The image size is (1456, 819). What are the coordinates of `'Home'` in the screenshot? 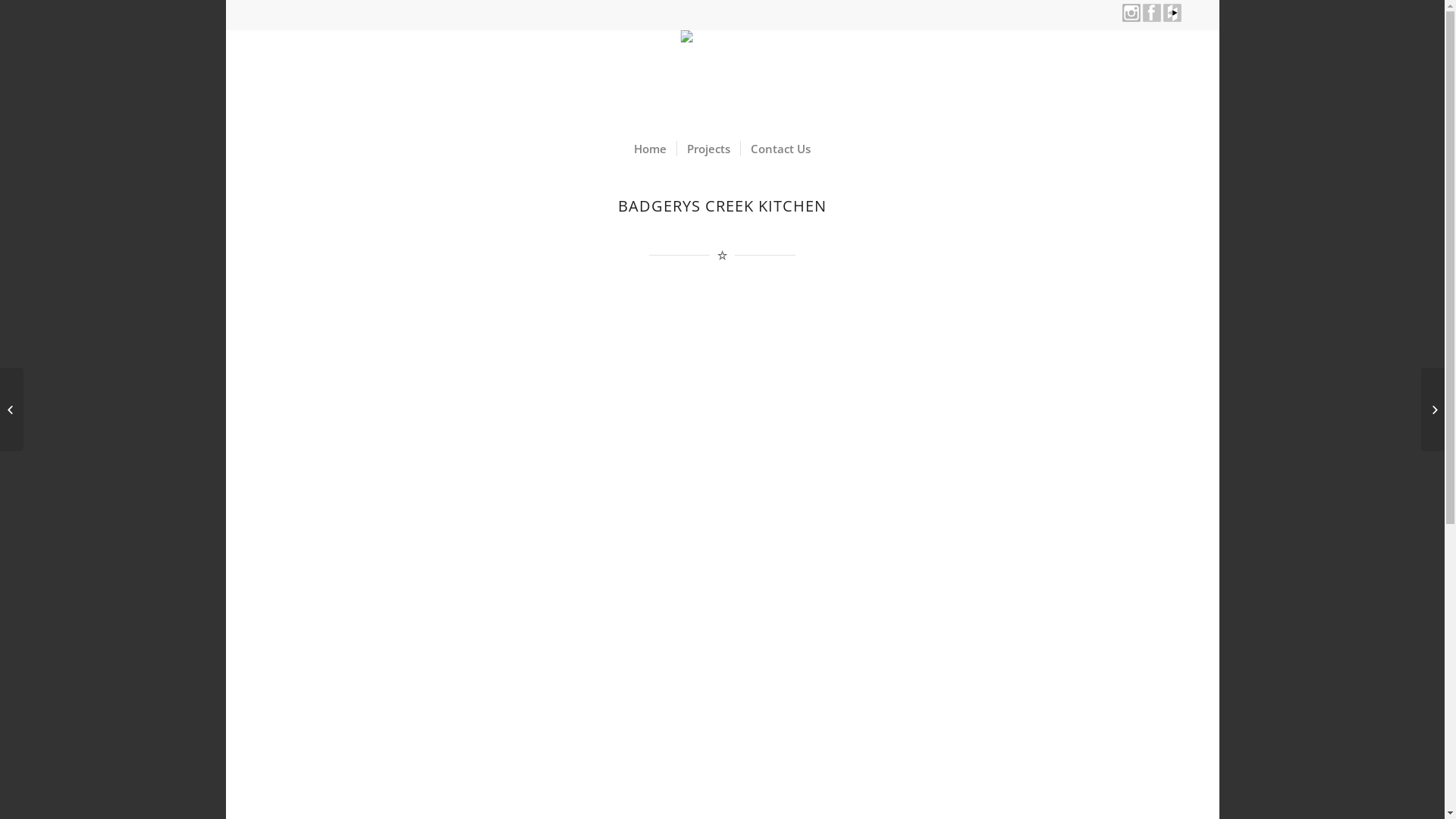 It's located at (650, 149).